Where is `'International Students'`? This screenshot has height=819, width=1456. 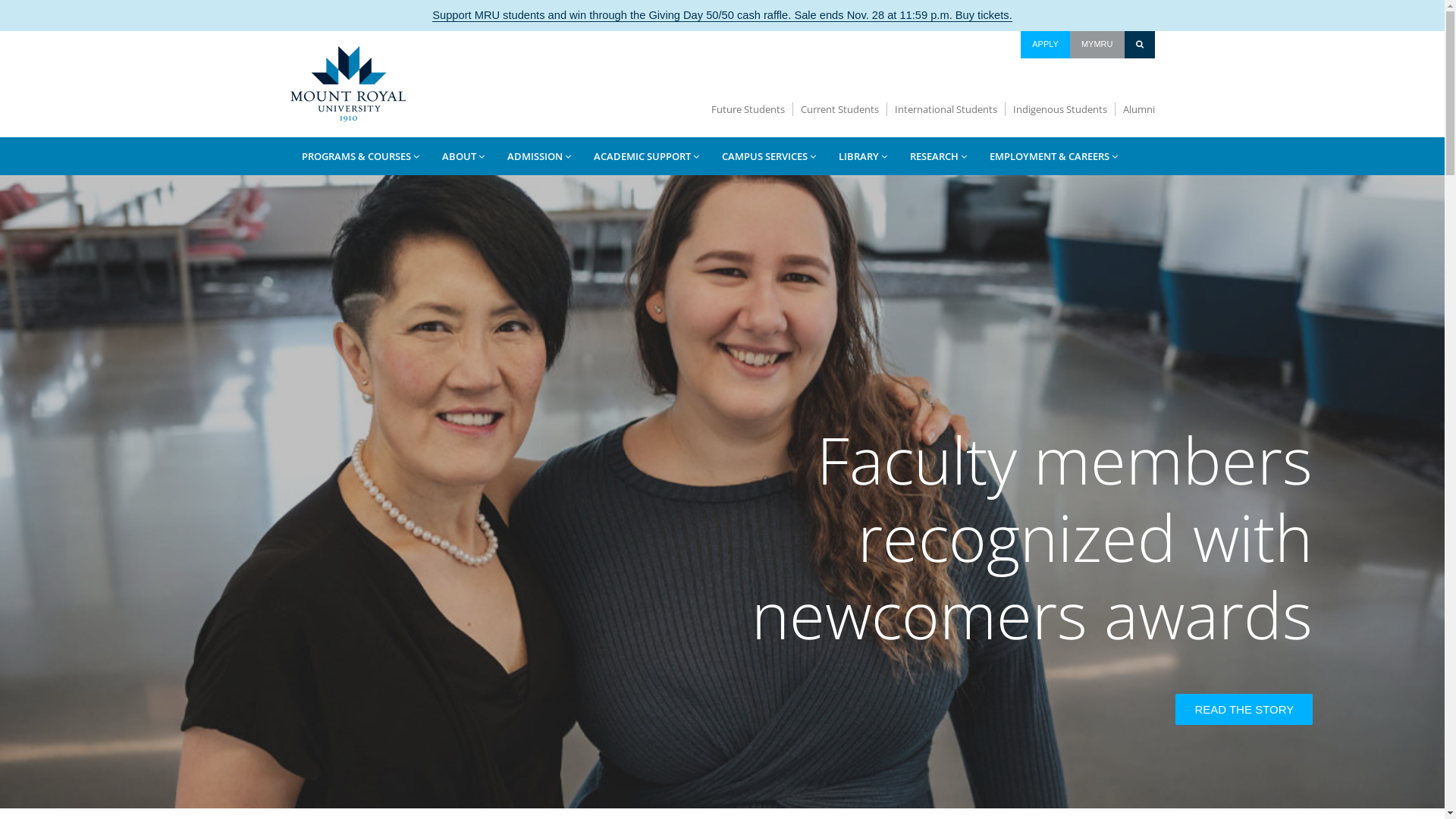 'International Students' is located at coordinates (946, 108).